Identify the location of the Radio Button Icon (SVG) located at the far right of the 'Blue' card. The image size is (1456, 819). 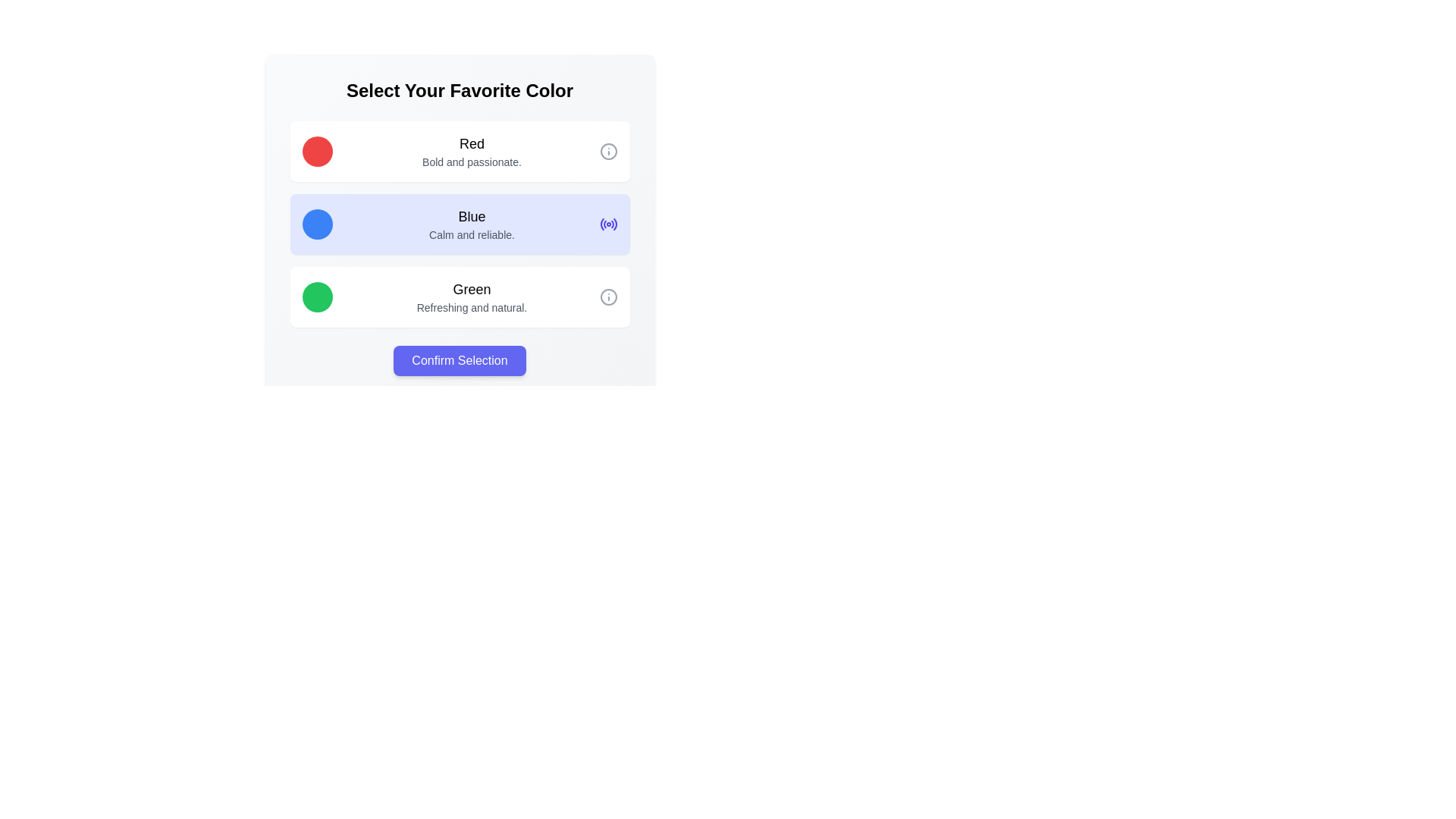
(608, 224).